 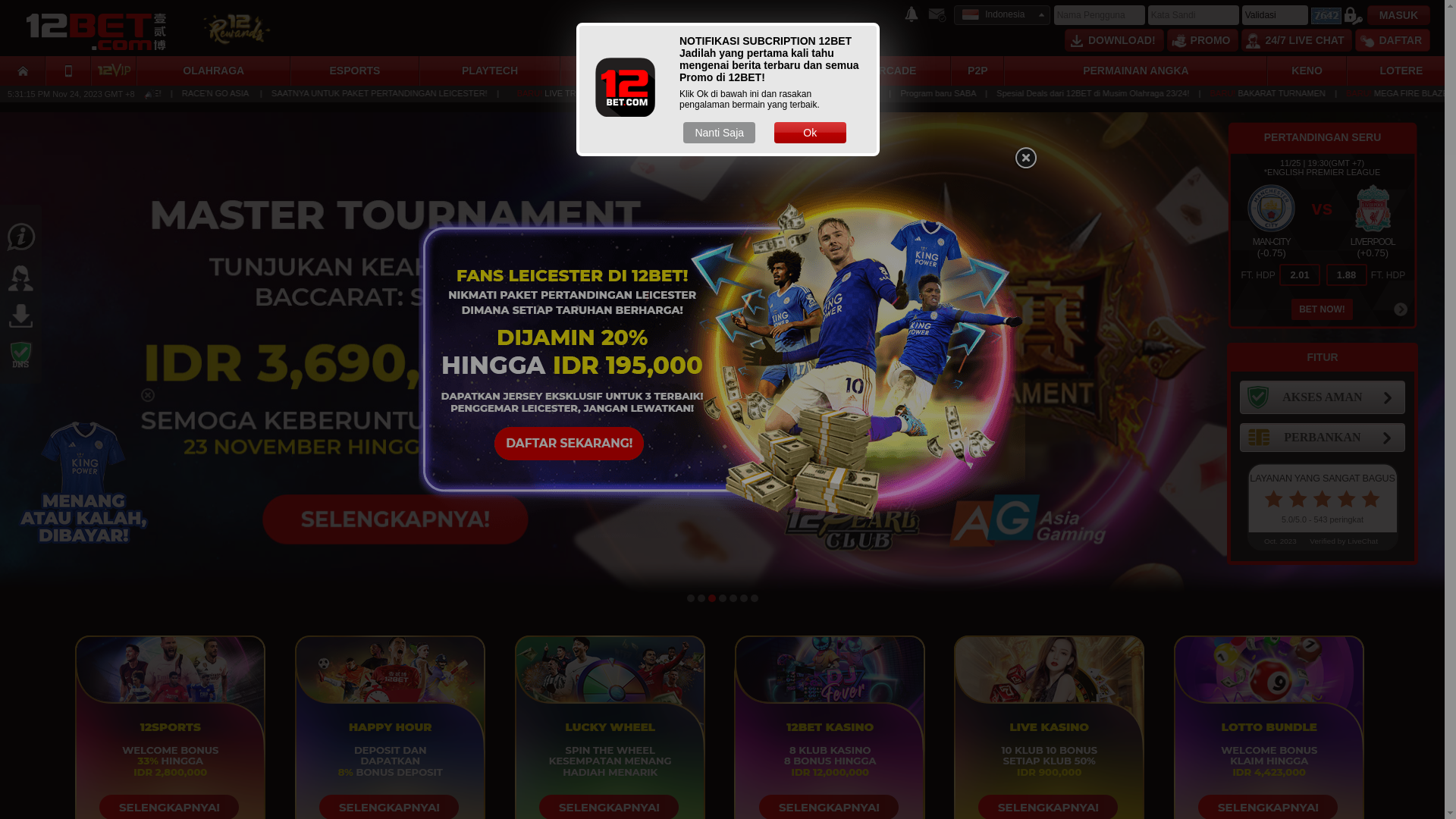 I want to click on 'MASUK', so click(x=1398, y=14).